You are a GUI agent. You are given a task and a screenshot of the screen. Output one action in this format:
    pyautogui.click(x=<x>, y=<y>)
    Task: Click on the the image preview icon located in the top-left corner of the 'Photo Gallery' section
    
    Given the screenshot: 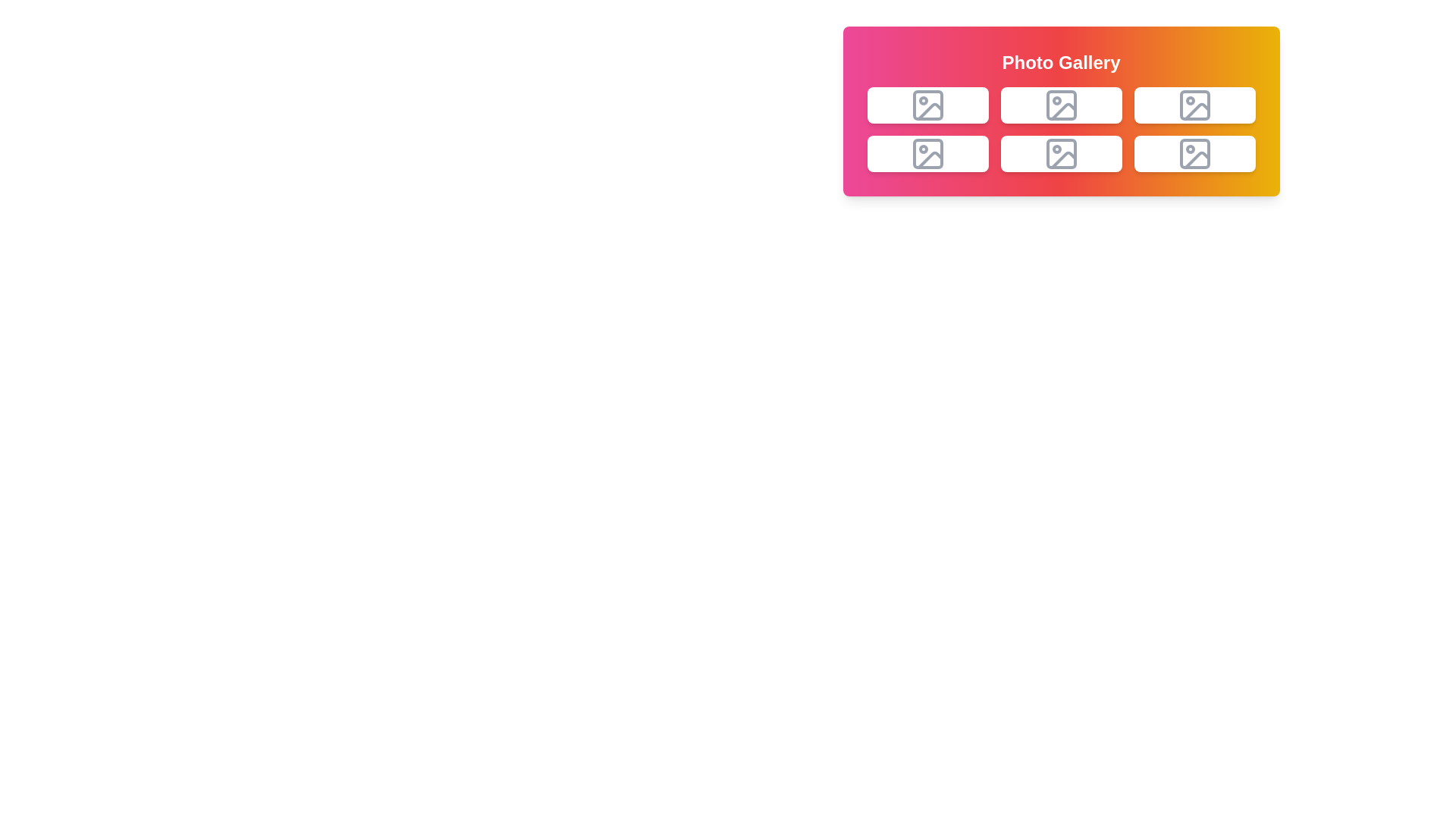 What is the action you would take?
    pyautogui.click(x=927, y=104)
    